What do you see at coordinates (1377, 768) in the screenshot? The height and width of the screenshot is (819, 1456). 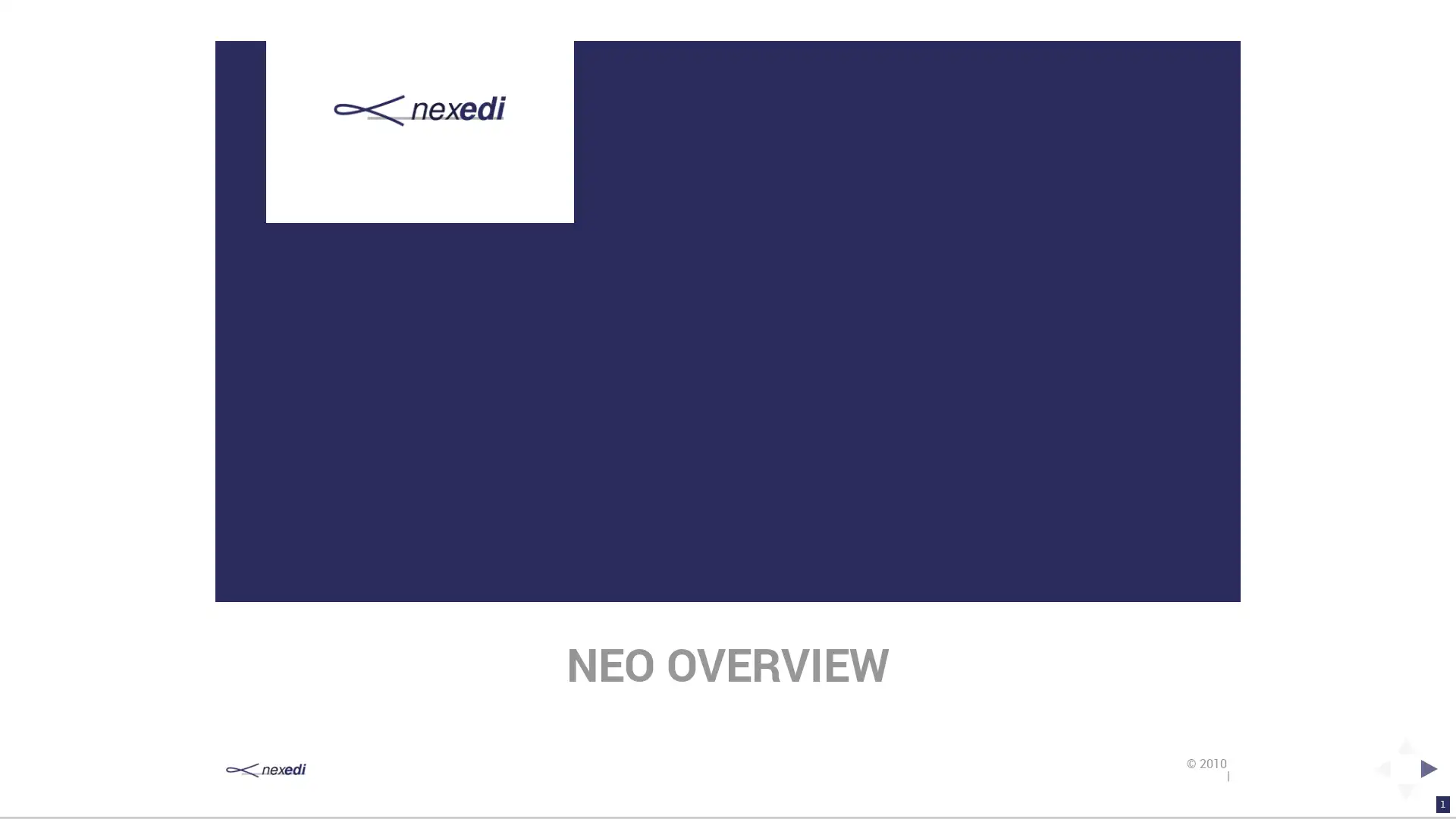 I see `previous slide` at bounding box center [1377, 768].